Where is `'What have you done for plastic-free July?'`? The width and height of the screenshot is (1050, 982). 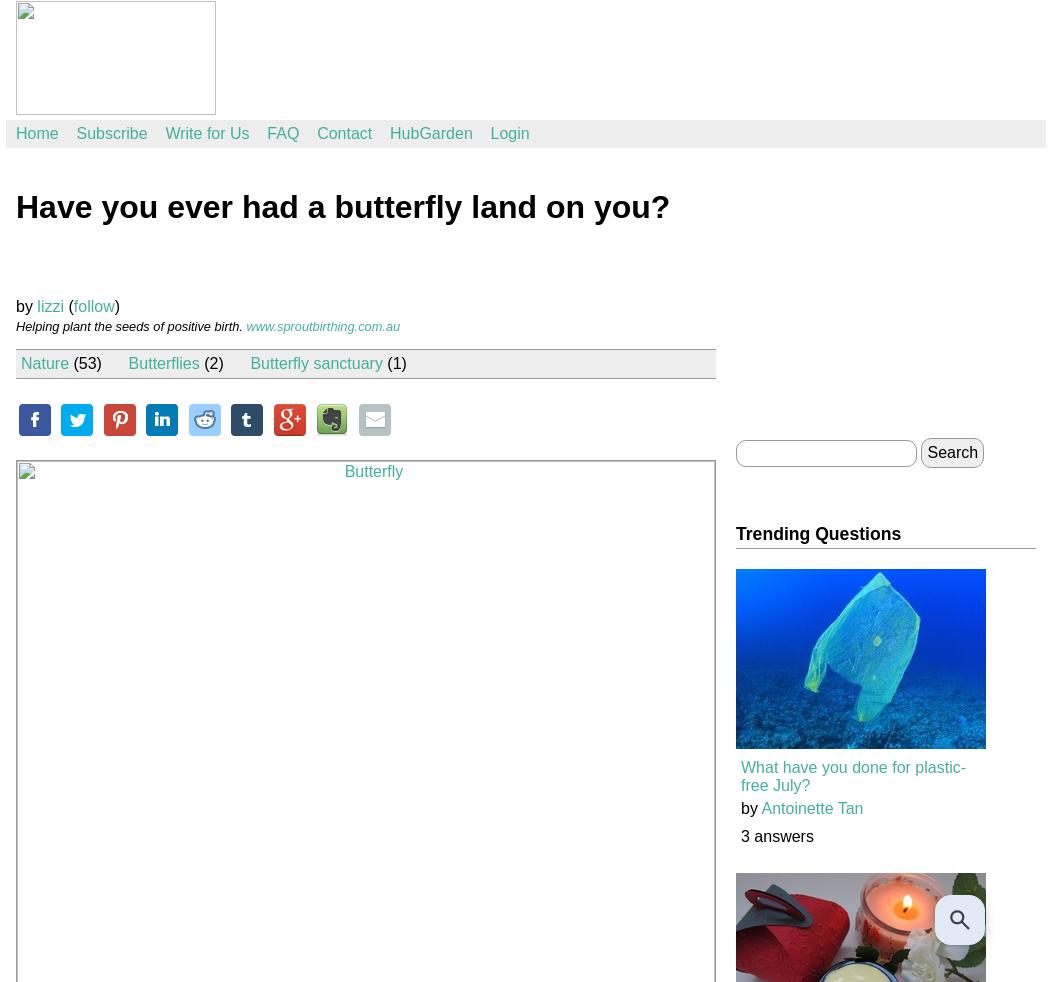 'What have you done for plastic-free July?' is located at coordinates (853, 776).